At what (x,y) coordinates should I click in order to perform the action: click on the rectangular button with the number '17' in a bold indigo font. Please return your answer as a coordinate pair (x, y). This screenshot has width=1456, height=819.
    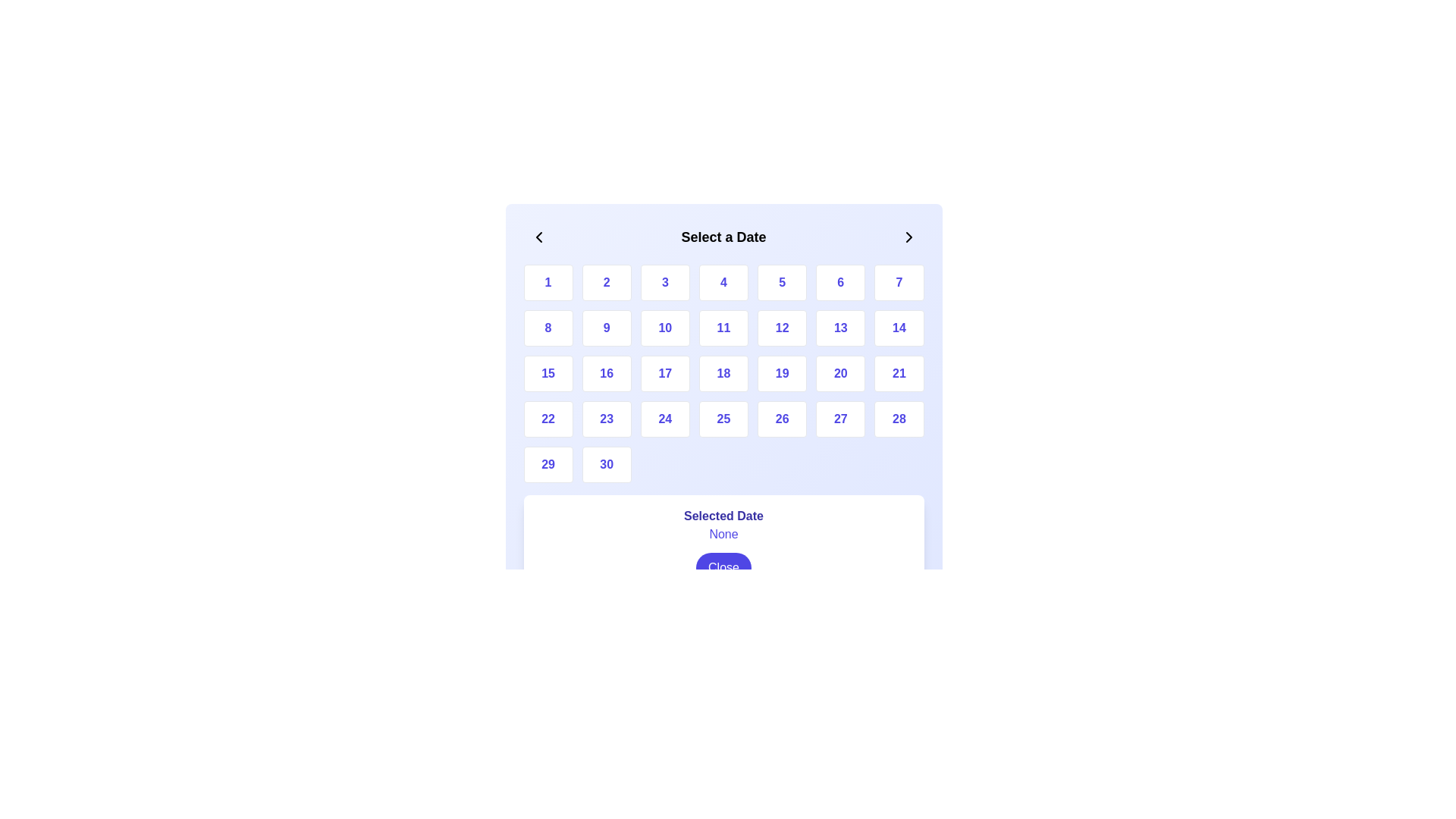
    Looking at the image, I should click on (665, 374).